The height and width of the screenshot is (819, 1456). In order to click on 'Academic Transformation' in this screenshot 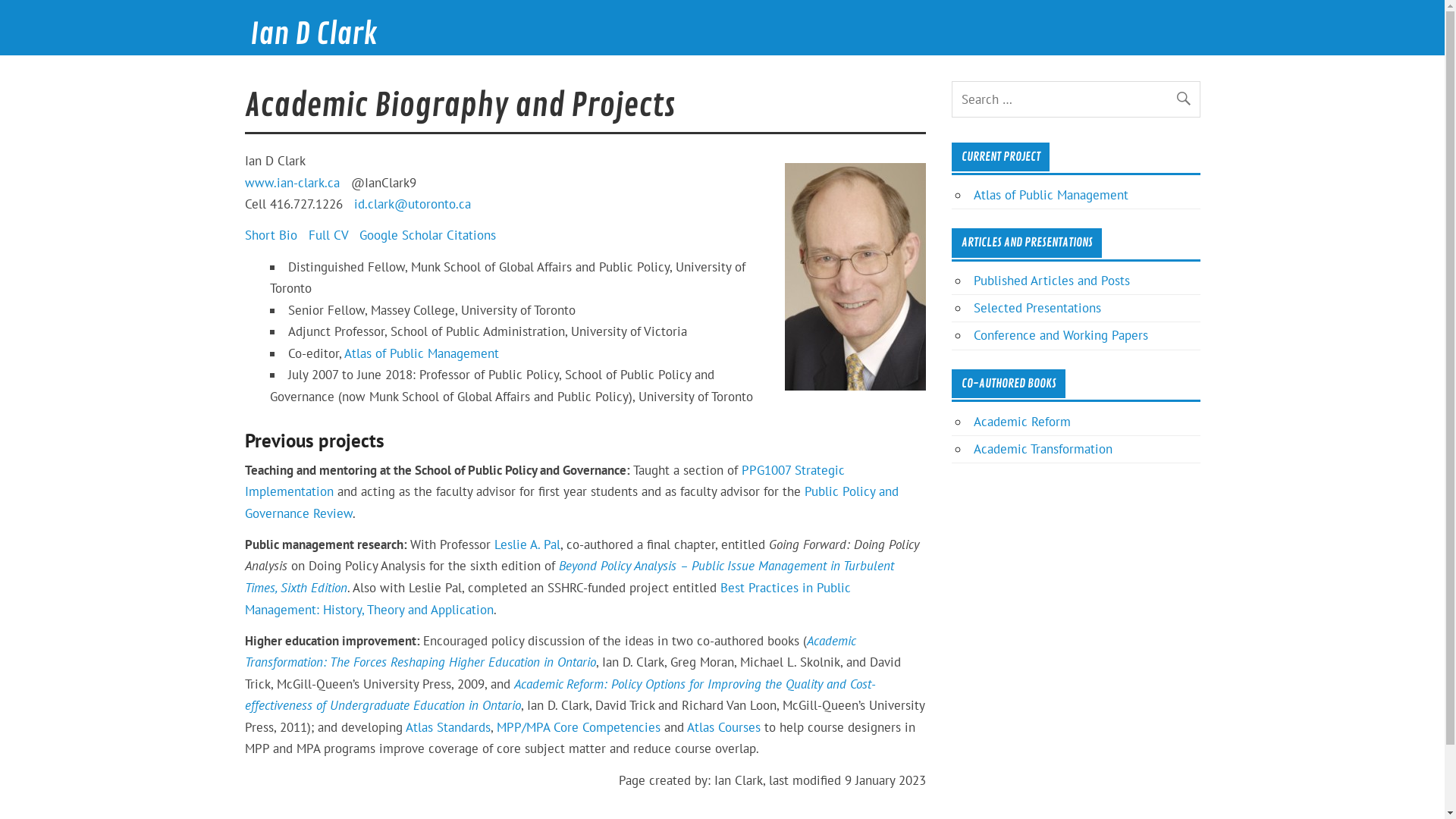, I will do `click(1042, 447)`.